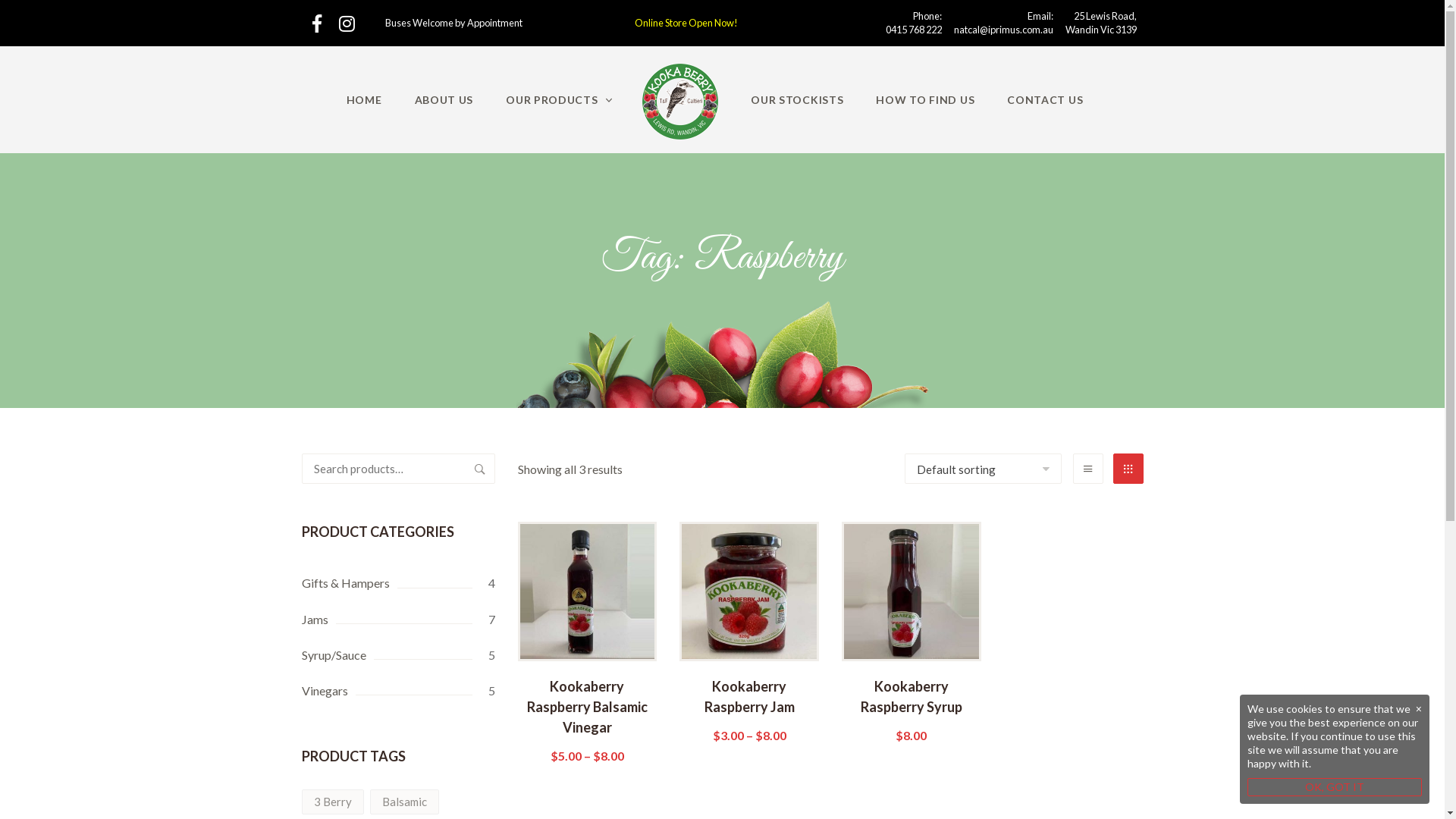 The image size is (1456, 819). Describe the element at coordinates (315, 23) in the screenshot. I see `'Facebook'` at that location.